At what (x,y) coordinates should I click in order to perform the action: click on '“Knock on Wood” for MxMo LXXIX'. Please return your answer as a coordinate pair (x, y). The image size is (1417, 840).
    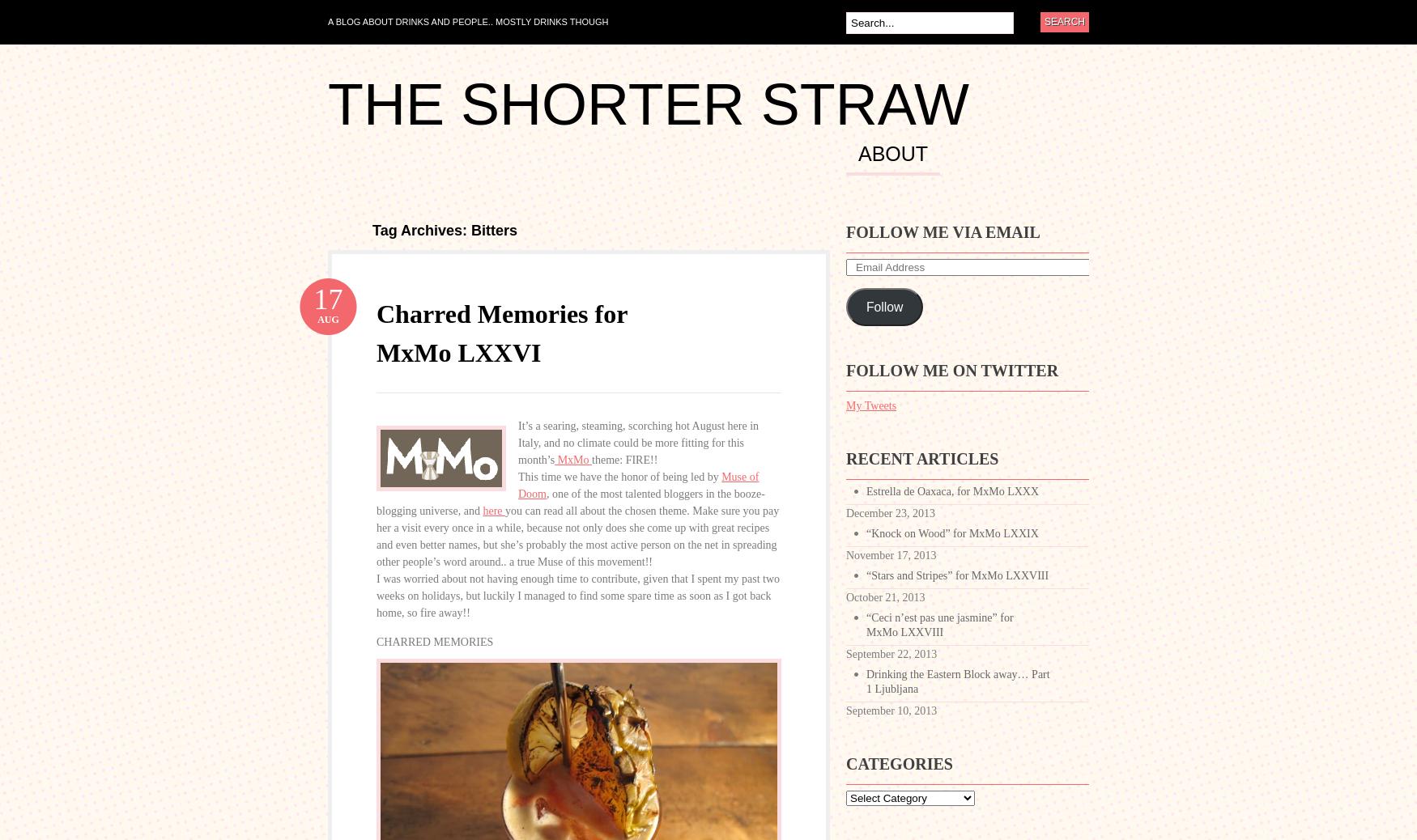
    Looking at the image, I should click on (951, 532).